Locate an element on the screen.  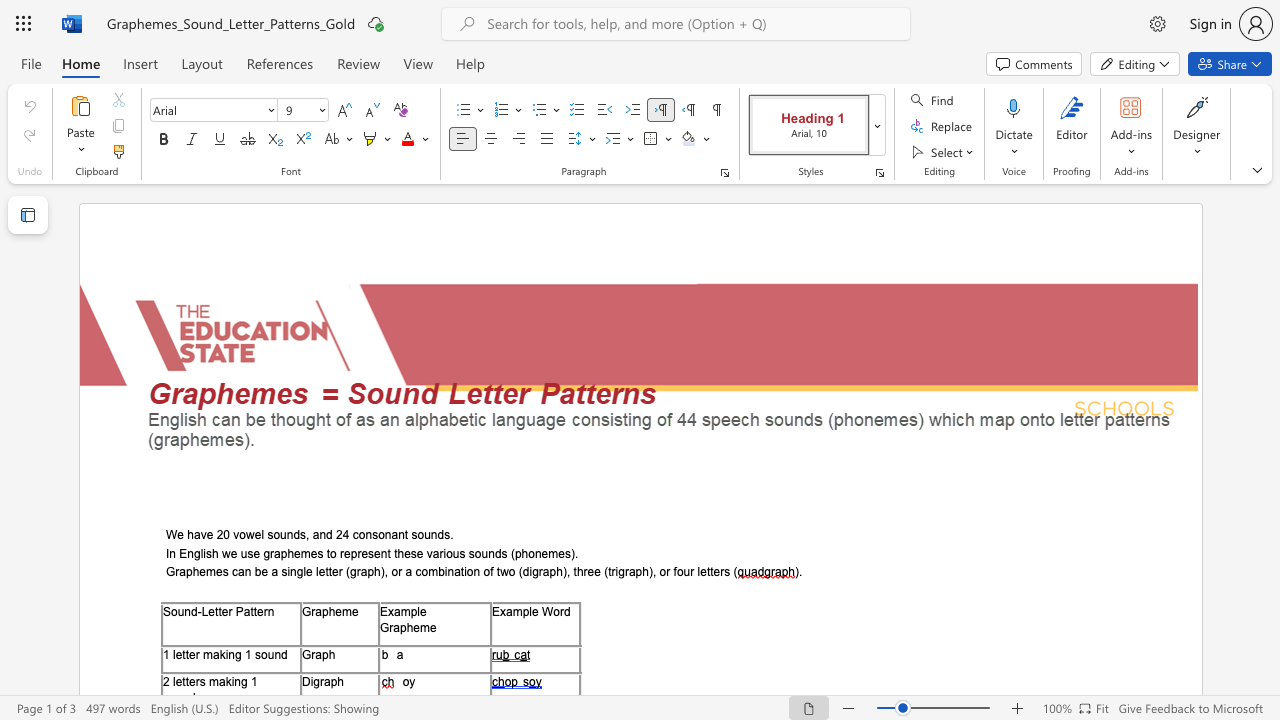
the subset text "nemes)" within the text "these various sounds (phonemes)." is located at coordinates (534, 553).